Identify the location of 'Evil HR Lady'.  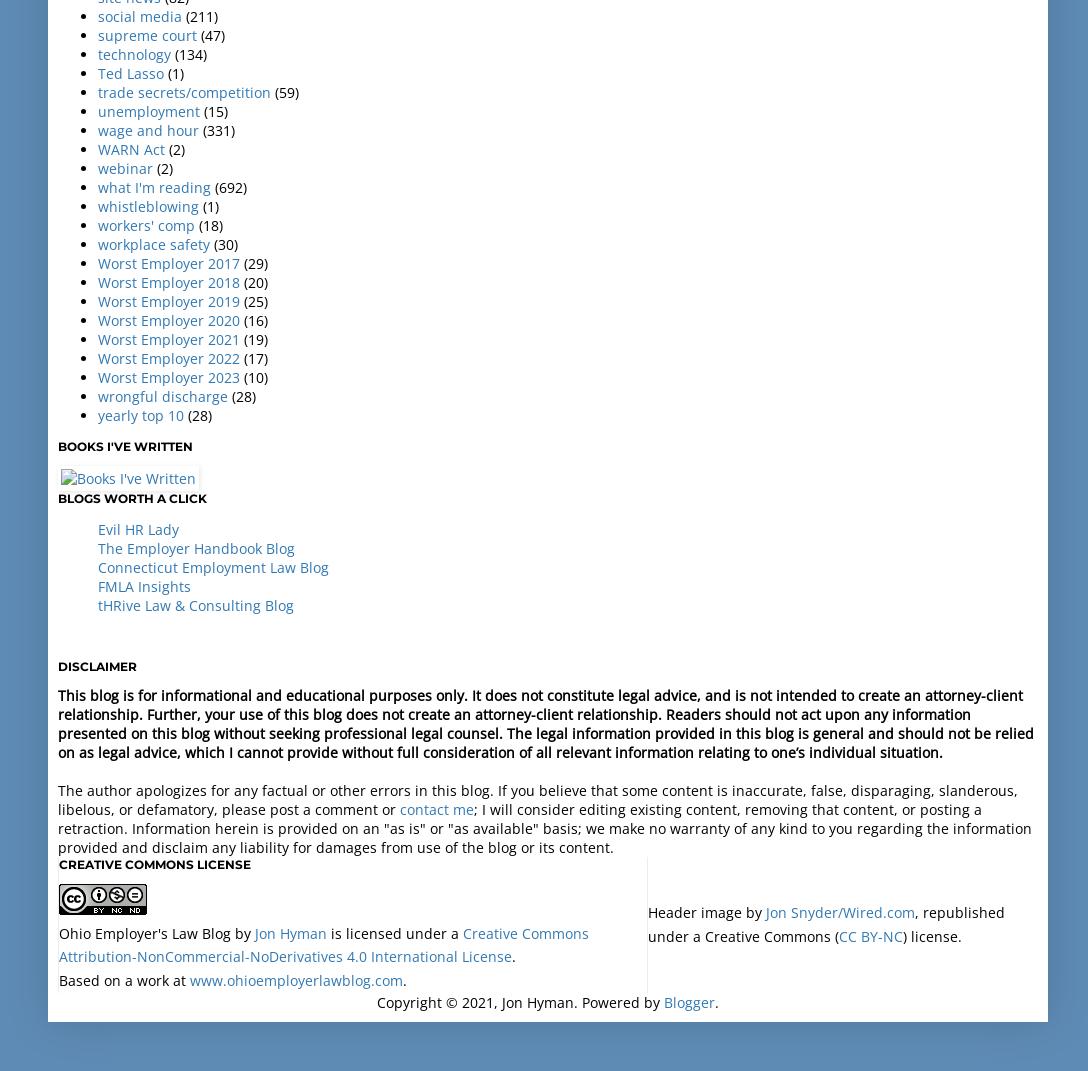
(137, 527).